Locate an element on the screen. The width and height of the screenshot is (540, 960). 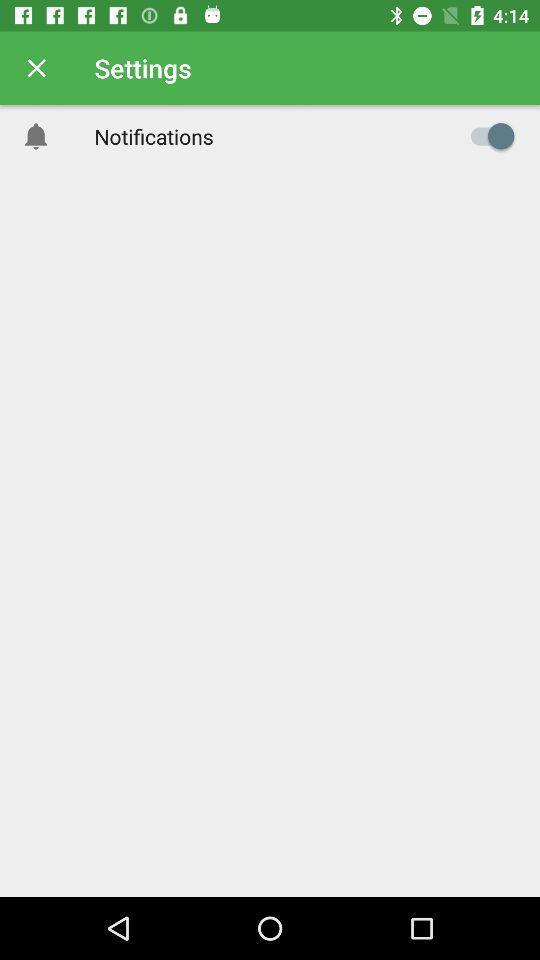
item to the left of settings is located at coordinates (36, 68).